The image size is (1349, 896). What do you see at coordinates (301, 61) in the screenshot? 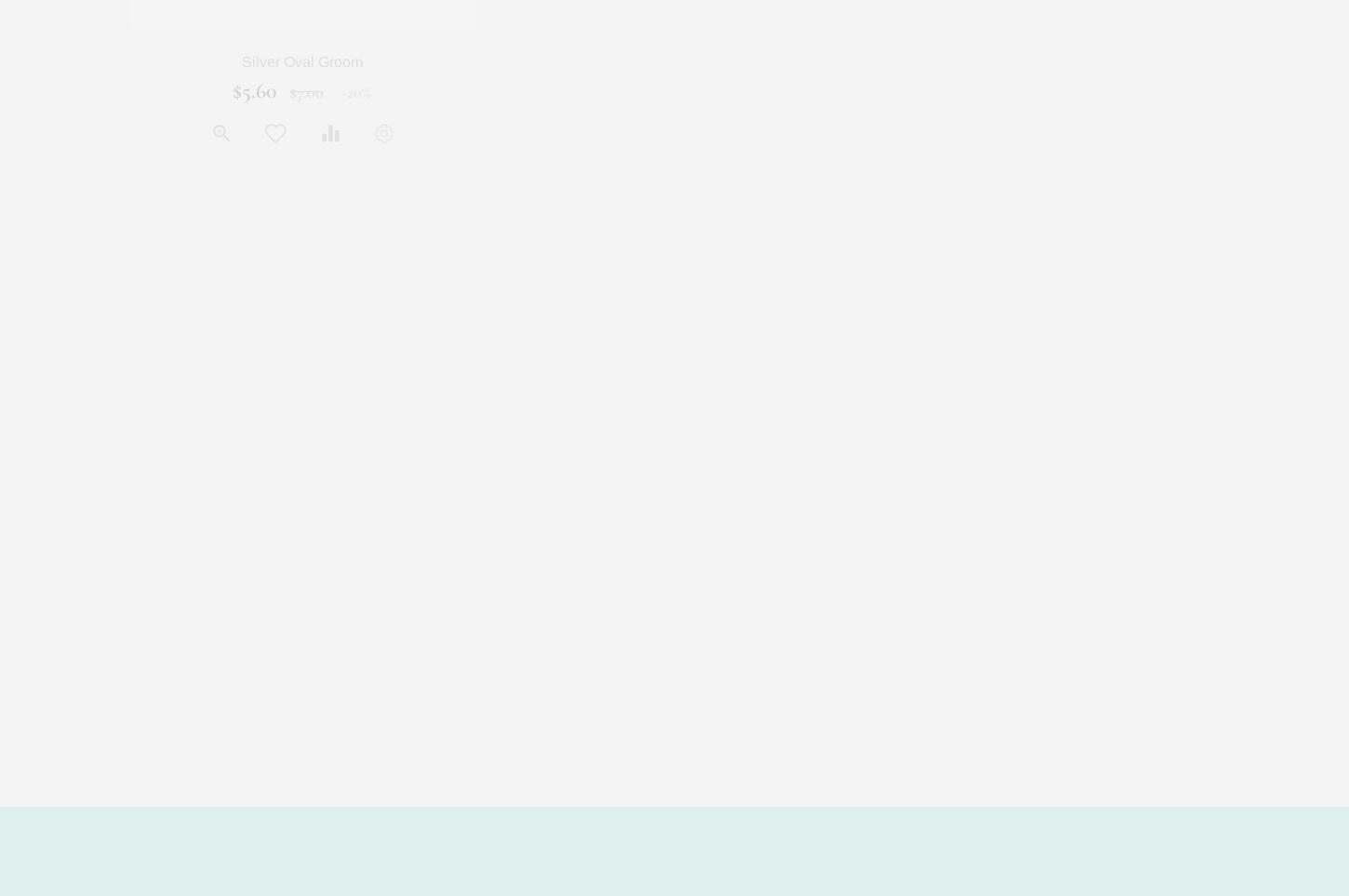
I see `'Silver Oval Groom'` at bounding box center [301, 61].